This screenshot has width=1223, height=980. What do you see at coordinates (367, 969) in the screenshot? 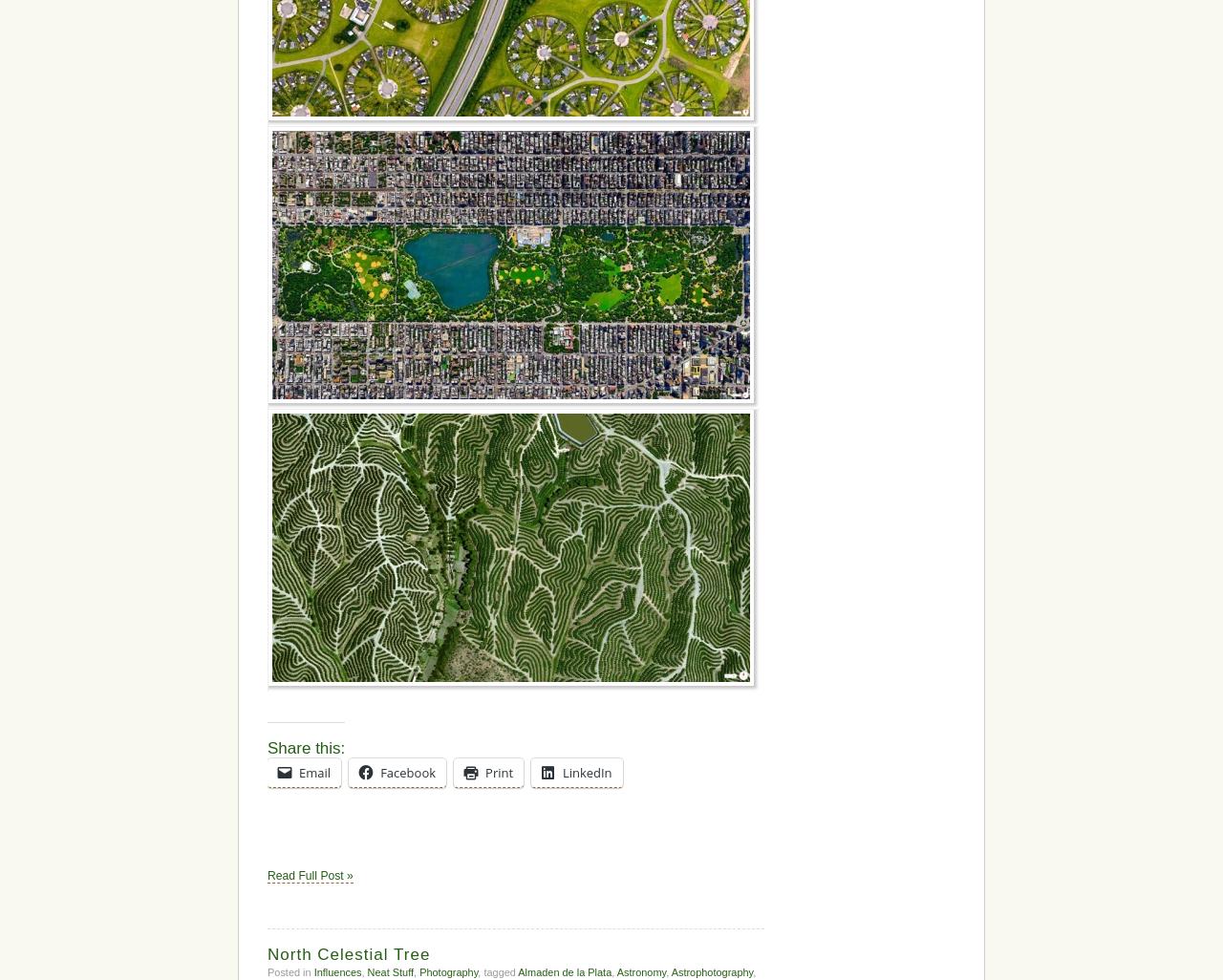
I see `'Neat Stuff'` at bounding box center [367, 969].